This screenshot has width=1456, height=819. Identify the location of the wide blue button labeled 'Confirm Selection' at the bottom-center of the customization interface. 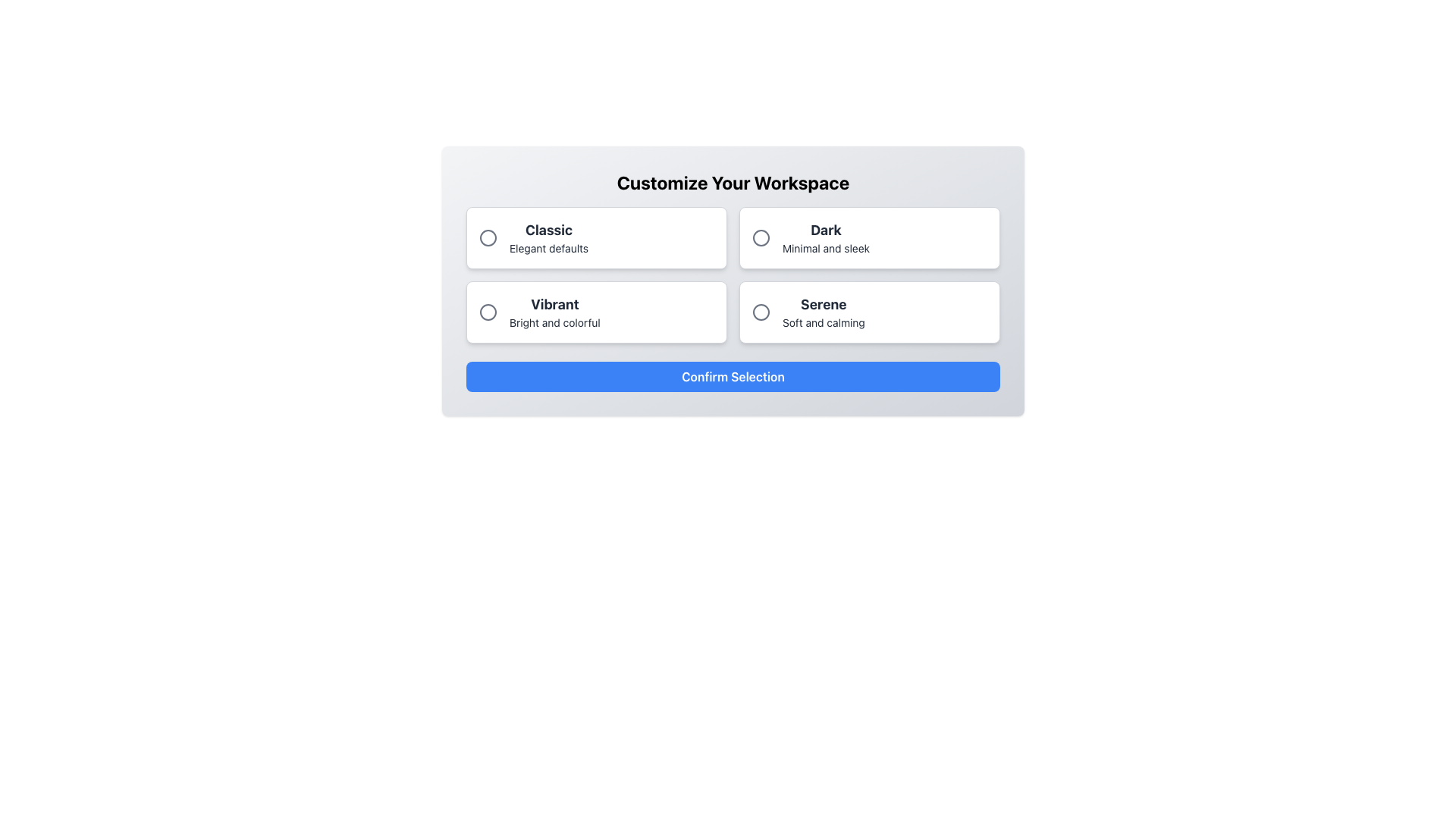
(733, 376).